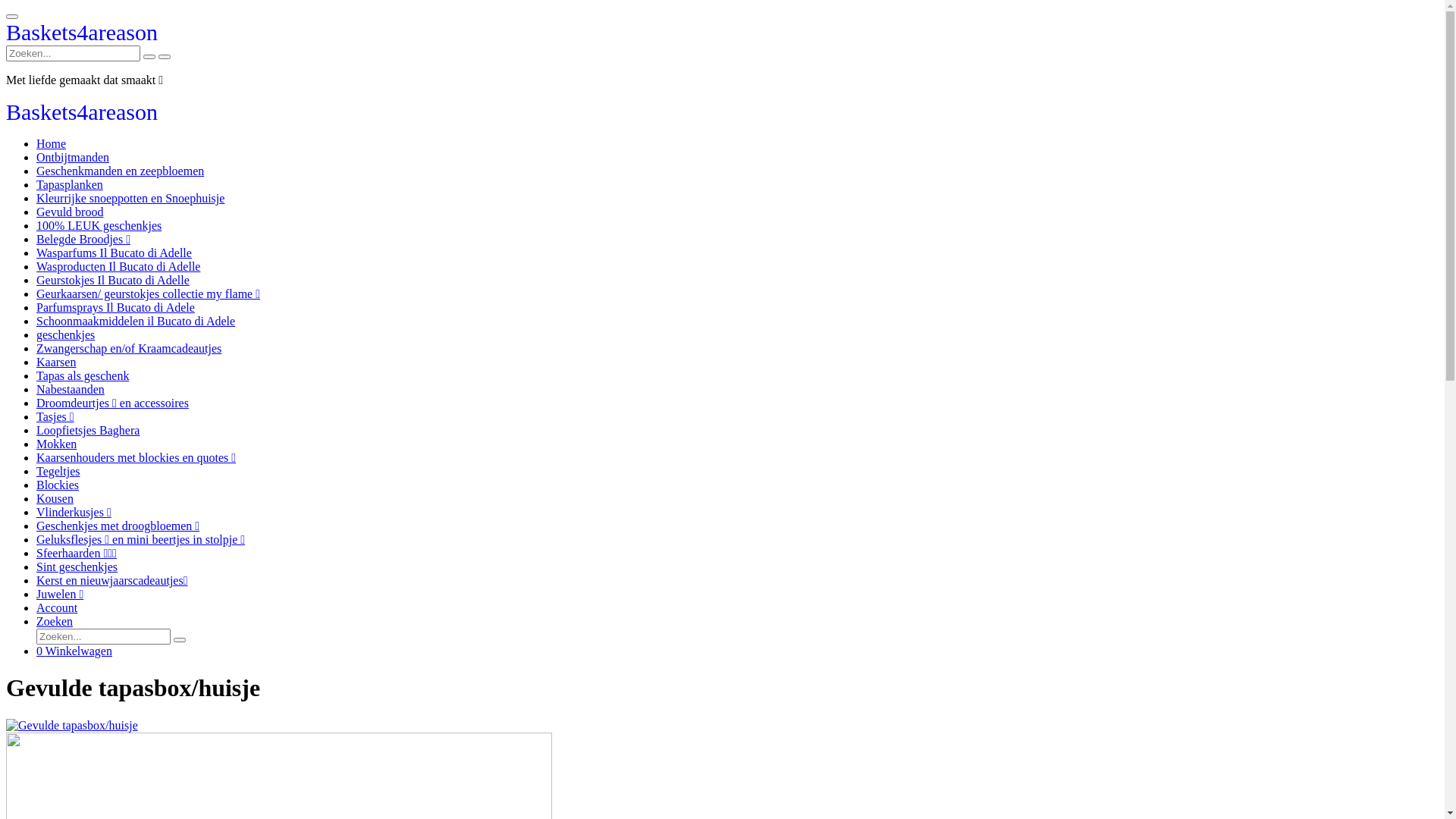  I want to click on 'Tegeltjes', so click(58, 470).